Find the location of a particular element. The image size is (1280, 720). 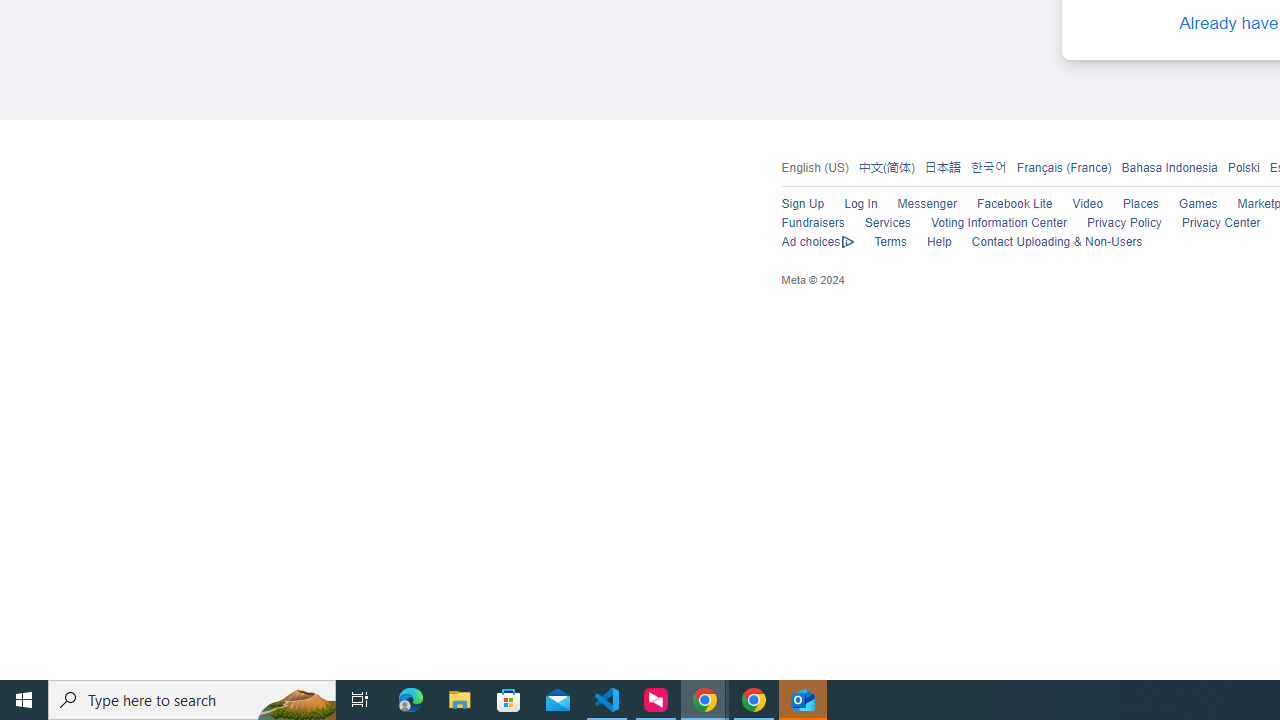

'Sign Up' is located at coordinates (803, 204).